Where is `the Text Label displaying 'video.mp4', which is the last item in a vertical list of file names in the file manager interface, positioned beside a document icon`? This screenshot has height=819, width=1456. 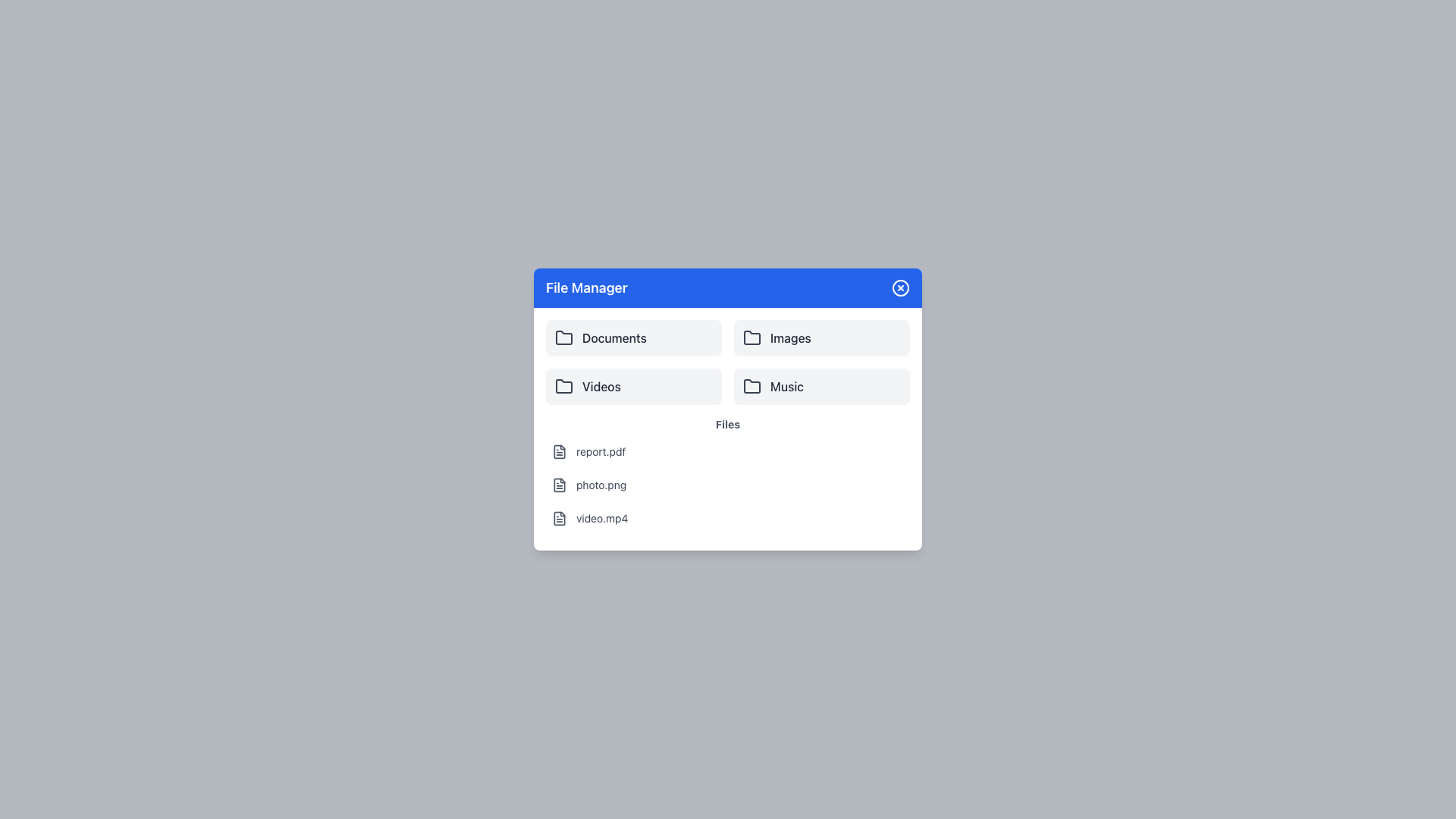
the Text Label displaying 'video.mp4', which is the last item in a vertical list of file names in the file manager interface, positioned beside a document icon is located at coordinates (601, 517).